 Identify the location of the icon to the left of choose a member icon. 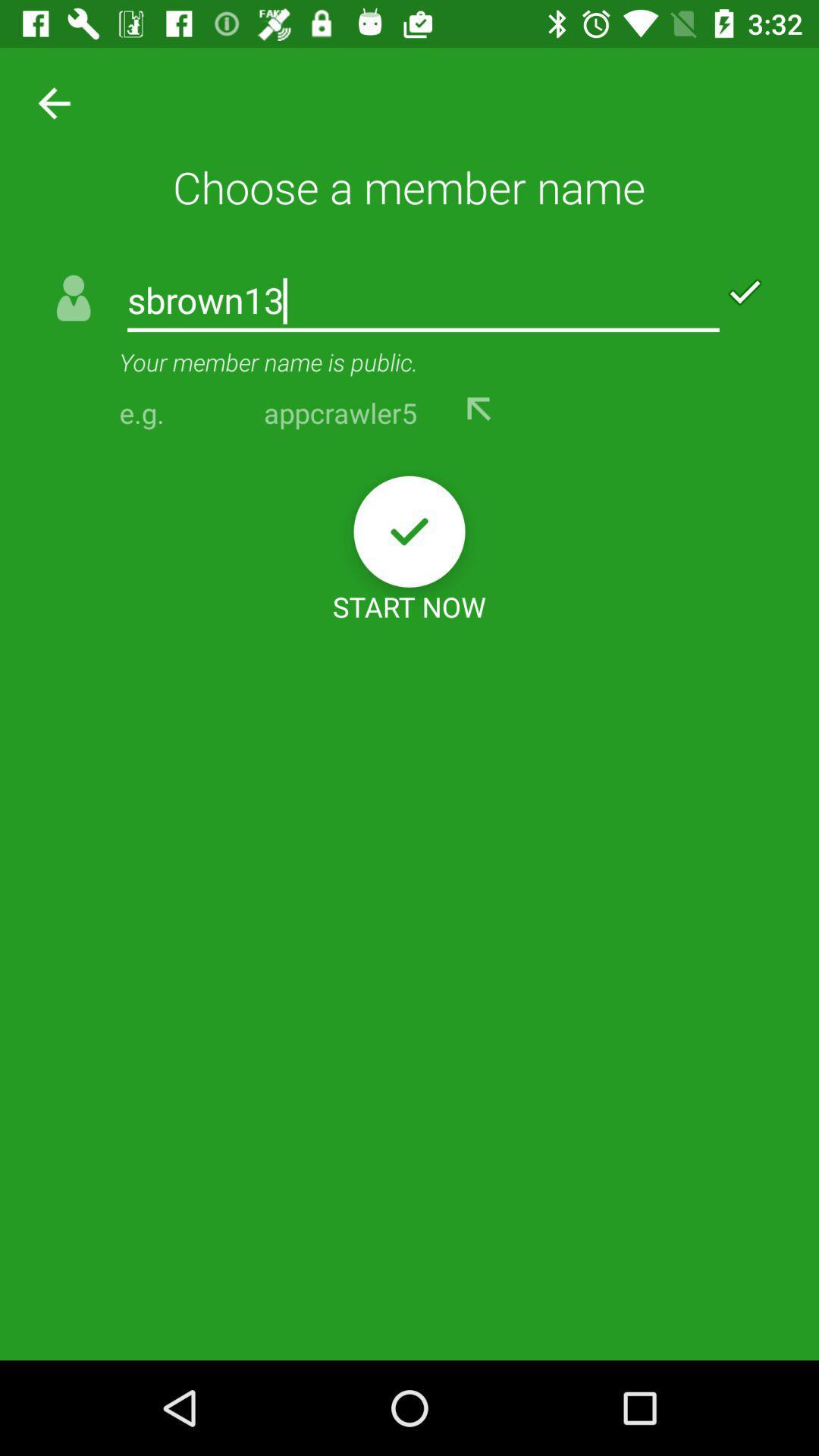
(48, 102).